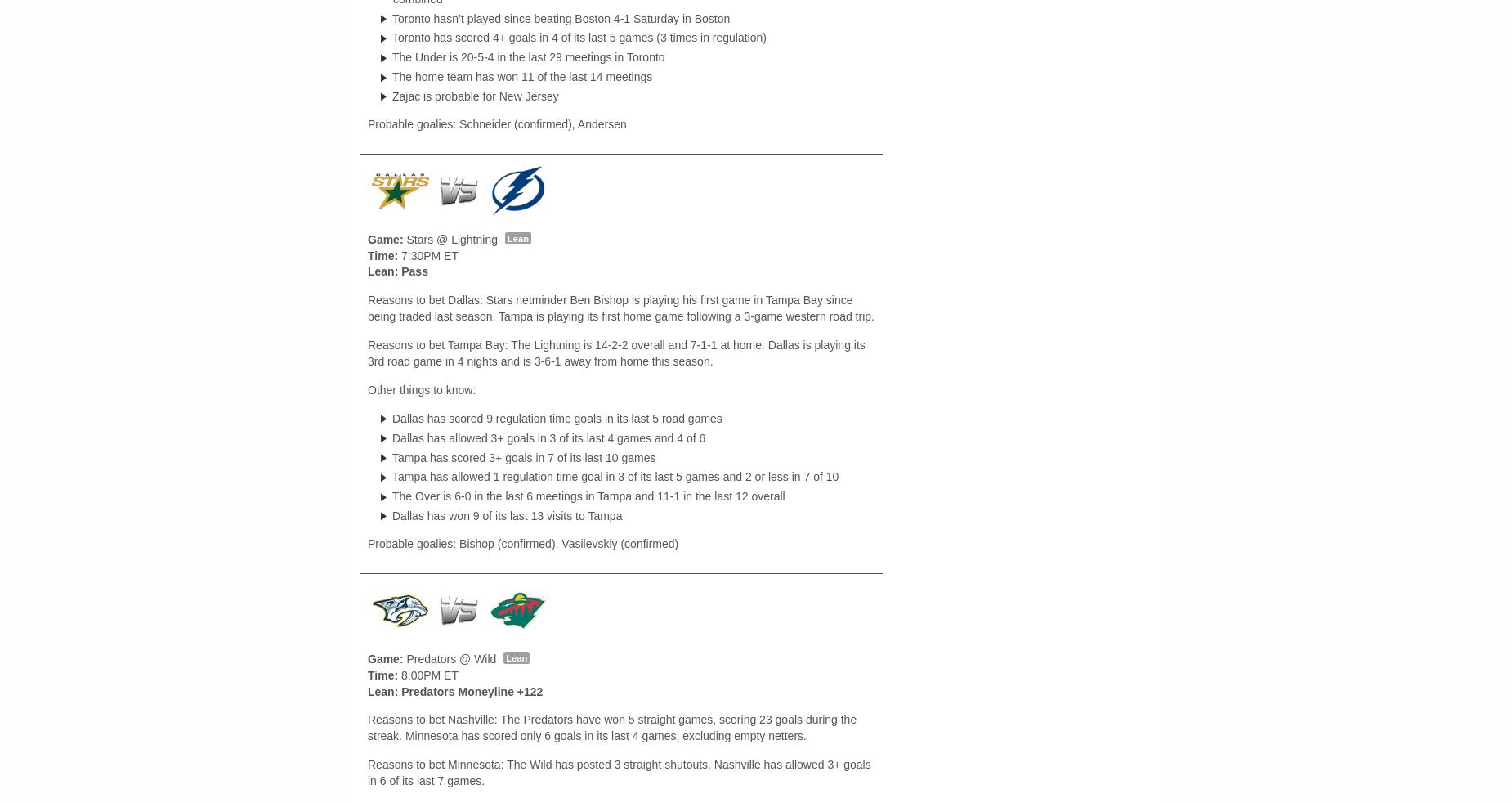  I want to click on 'Other things to know:', so click(421, 389).